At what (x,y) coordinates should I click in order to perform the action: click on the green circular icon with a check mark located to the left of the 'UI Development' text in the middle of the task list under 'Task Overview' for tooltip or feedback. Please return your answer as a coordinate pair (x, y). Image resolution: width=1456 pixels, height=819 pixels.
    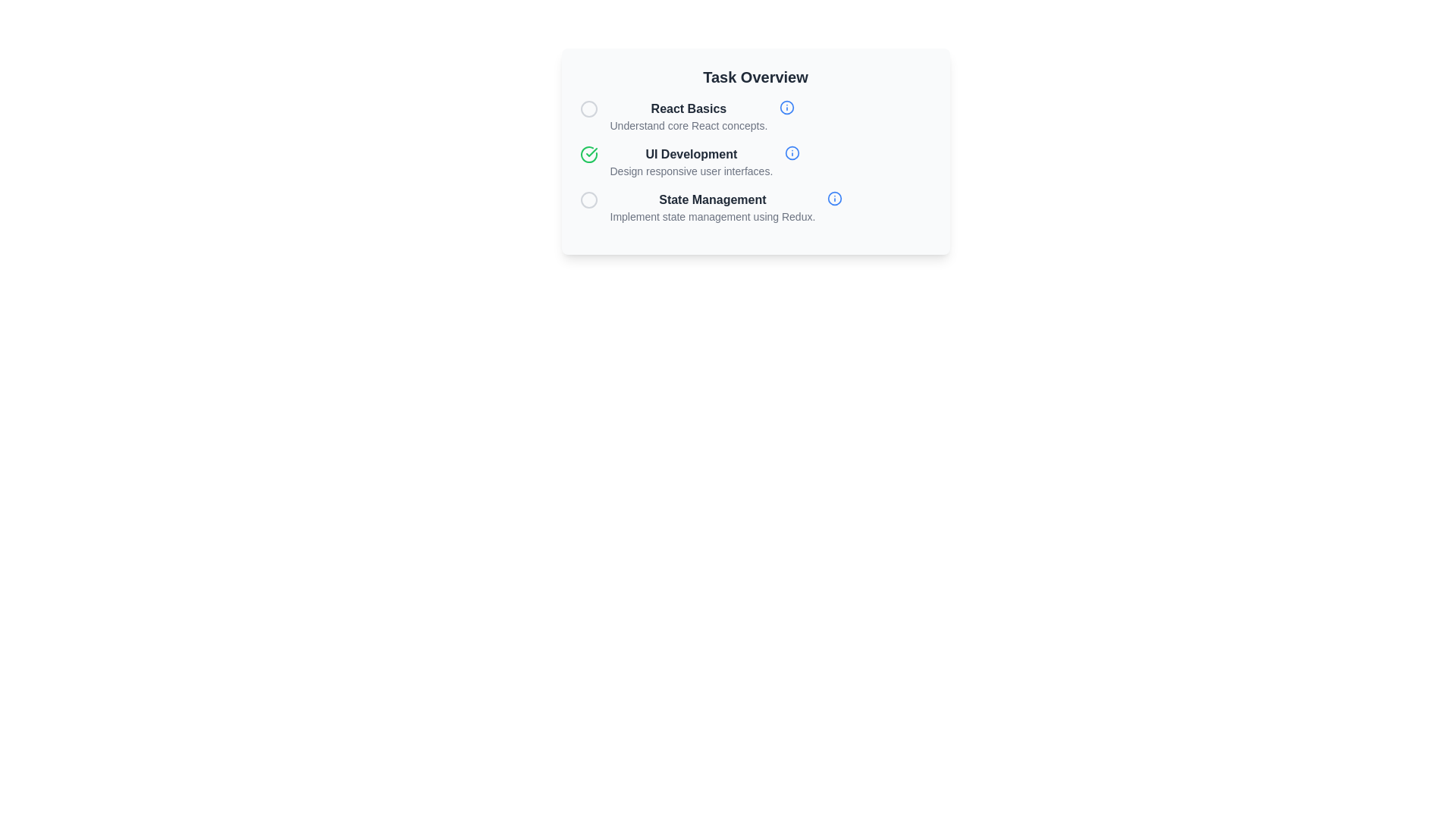
    Looking at the image, I should click on (588, 155).